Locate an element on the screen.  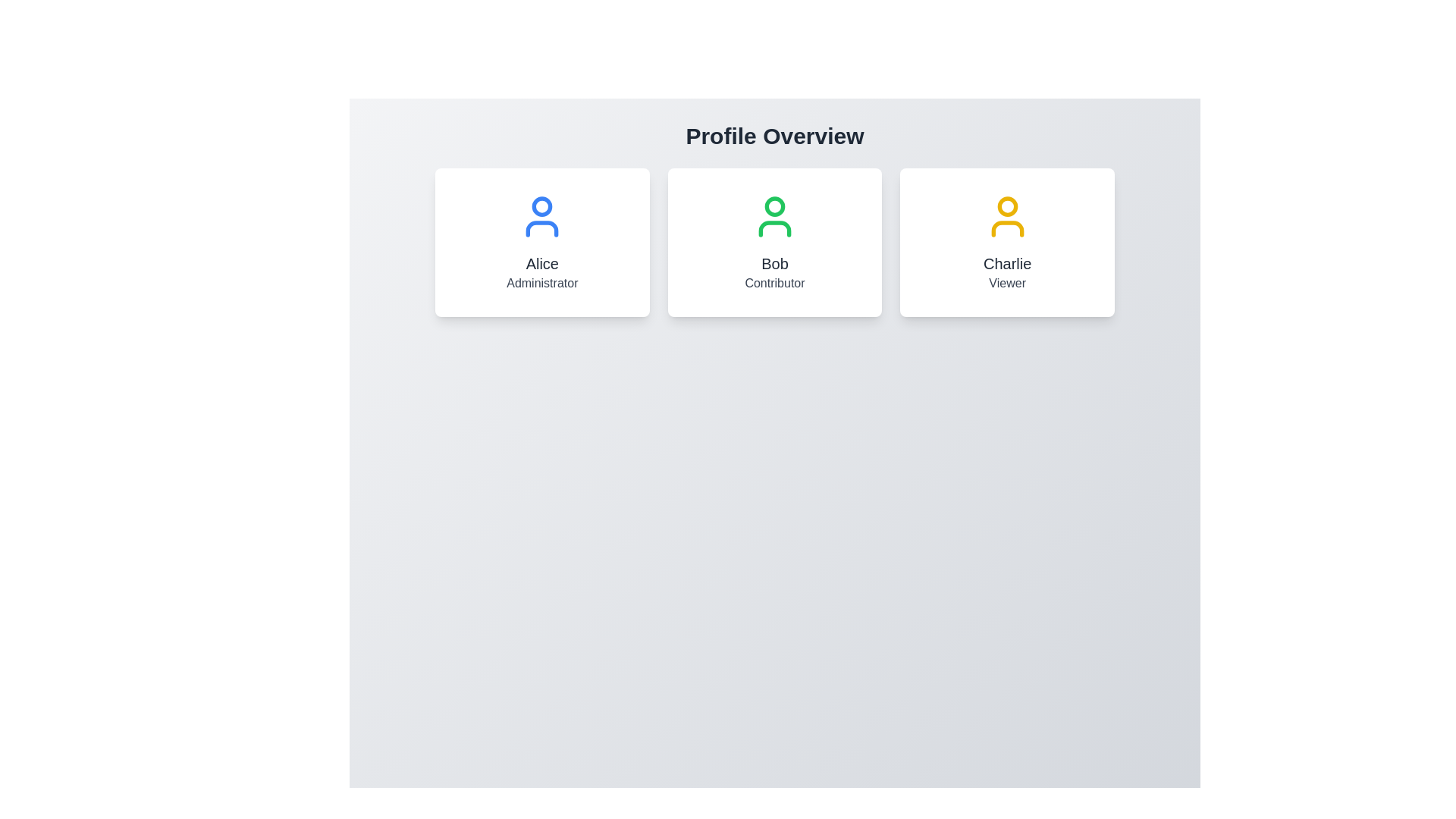
the user profile icon, which is a green silhouette representing a user, located in the middle card titled 'Bob' under 'Profile Overview' is located at coordinates (775, 216).